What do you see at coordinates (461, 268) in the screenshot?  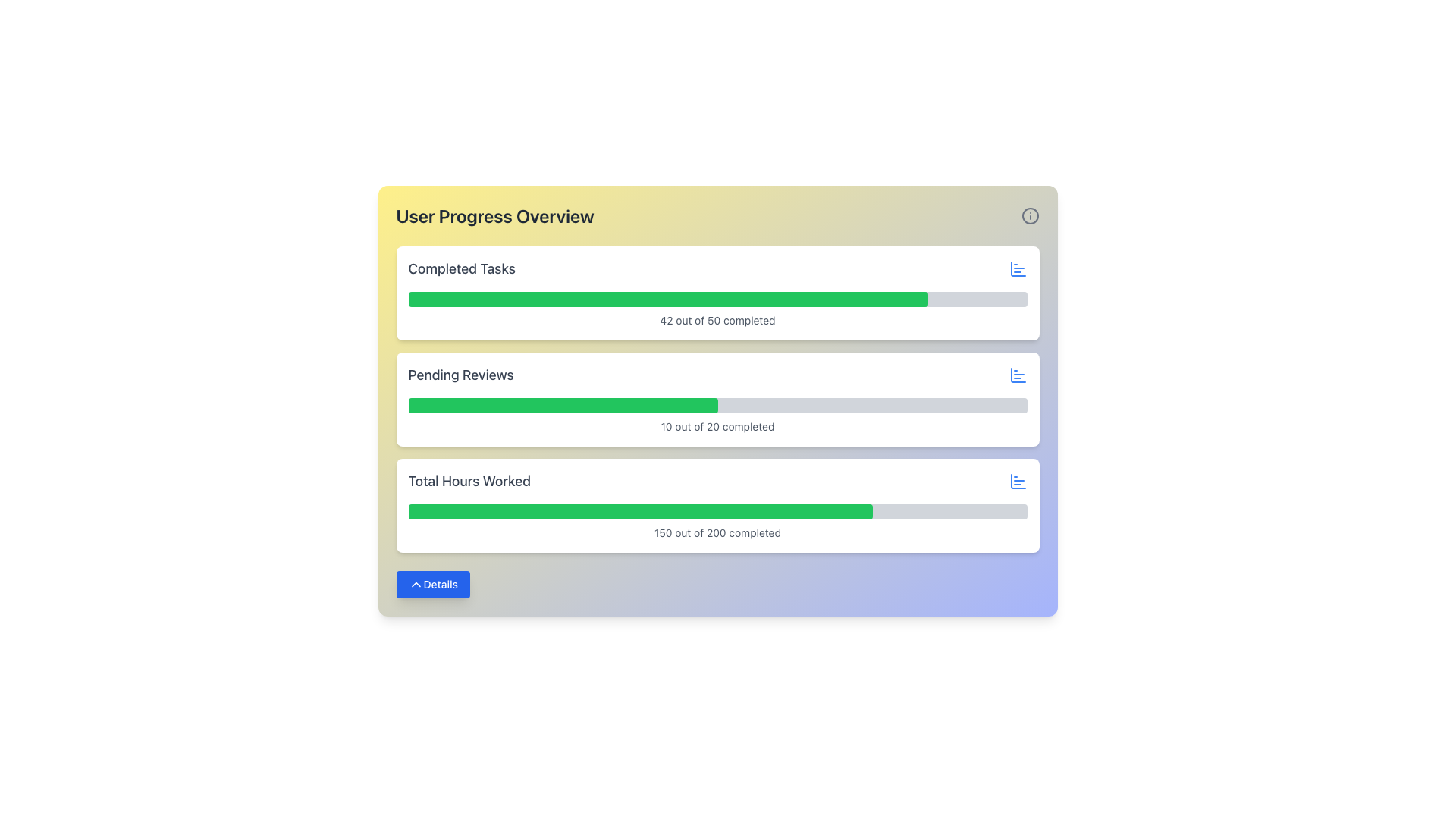 I see `the Text label that serves as a heading for the progress bar and completion statistics in the 'User Progress Overview' panel` at bounding box center [461, 268].